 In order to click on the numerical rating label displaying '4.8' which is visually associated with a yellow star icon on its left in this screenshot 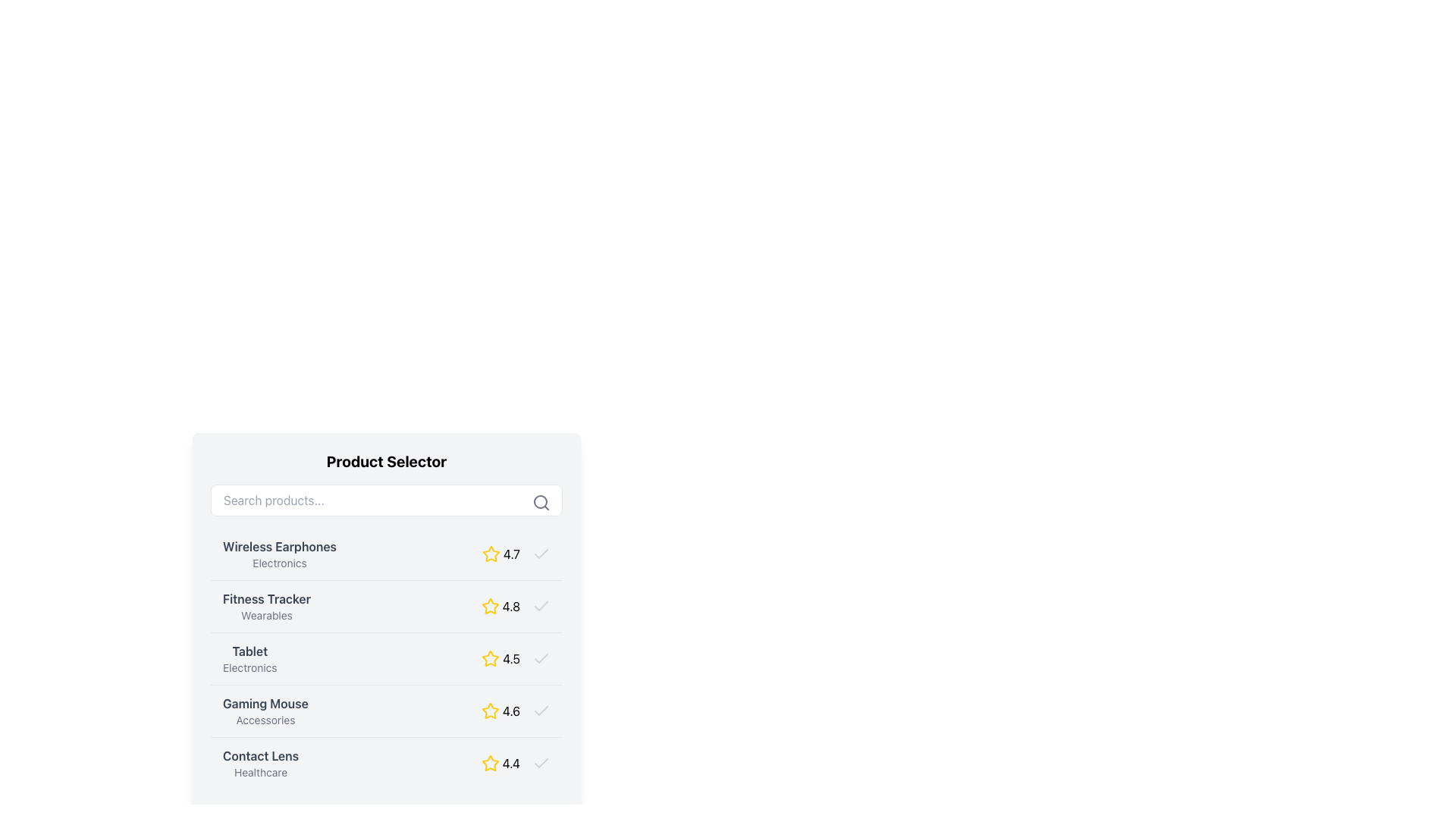, I will do `click(511, 605)`.